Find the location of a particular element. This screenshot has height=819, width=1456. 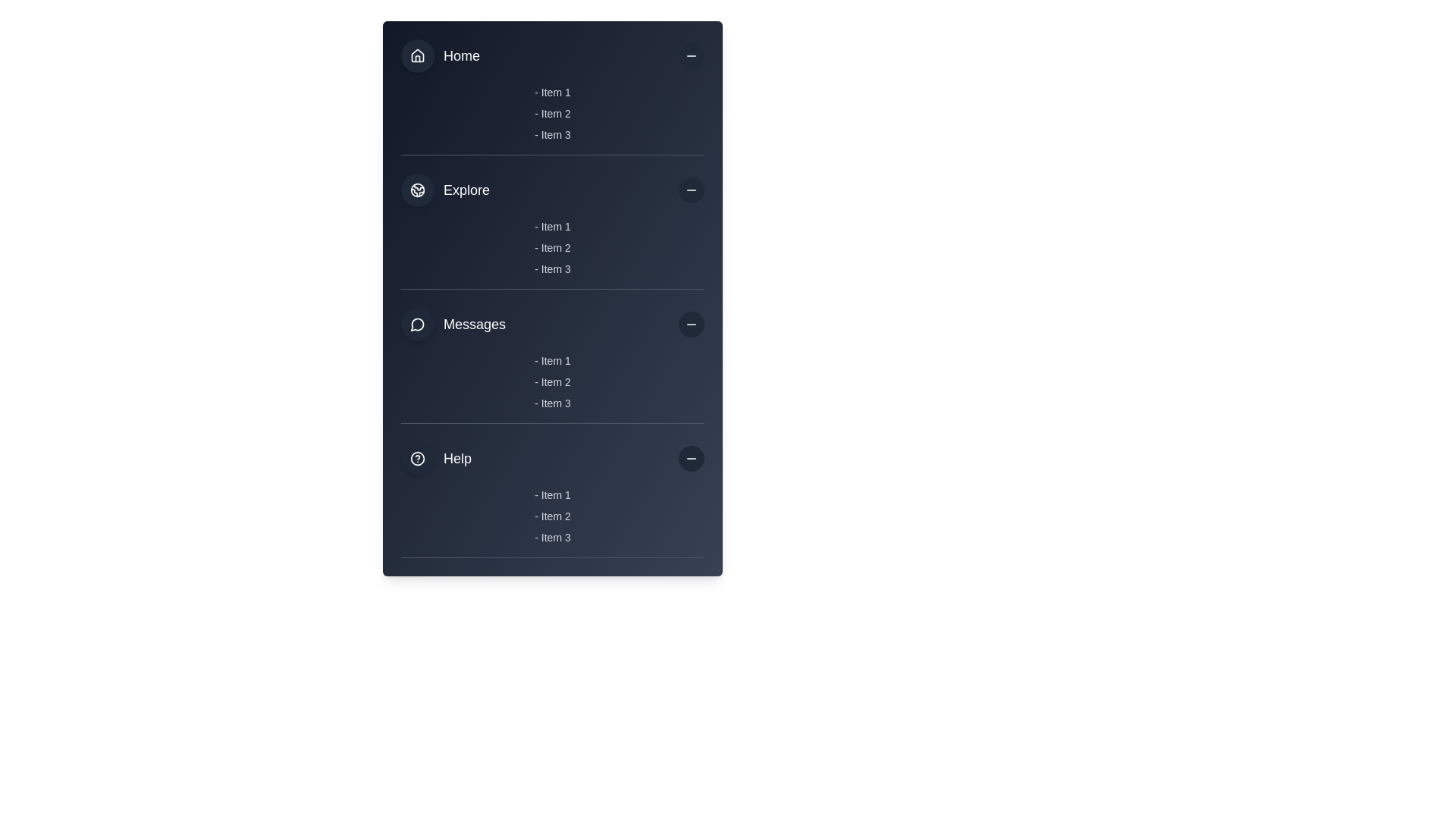

the circular Icon Button with a gray background and white border, which features a speech bubble icon, located in the vertical navigation bar under the 'Messages' label is located at coordinates (418, 324).